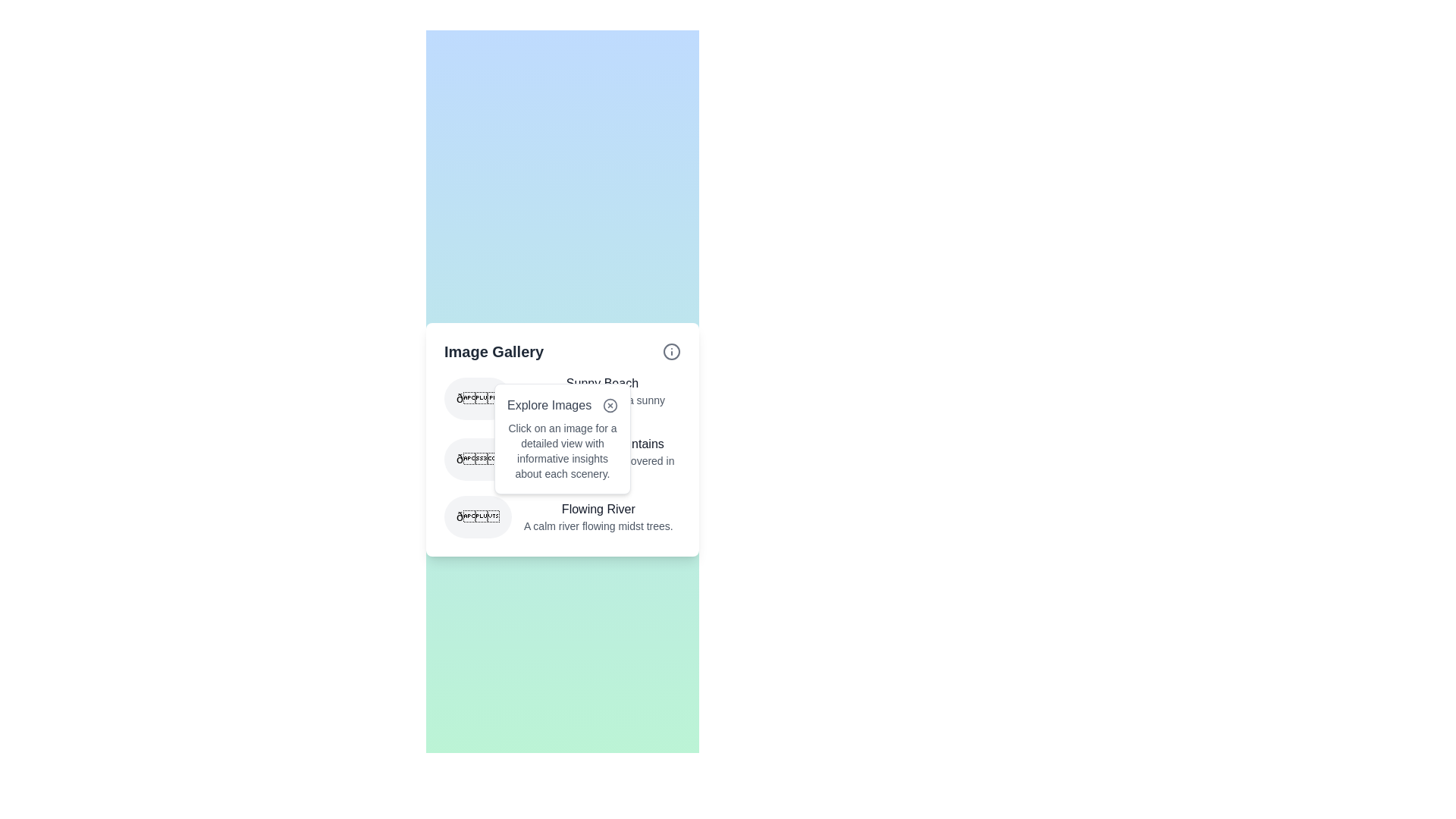  I want to click on the icon component (circle within SVG) located at the top-right corner of the 'Image Gallery' card, adjacent to the gallery title and descriptions, so click(671, 351).